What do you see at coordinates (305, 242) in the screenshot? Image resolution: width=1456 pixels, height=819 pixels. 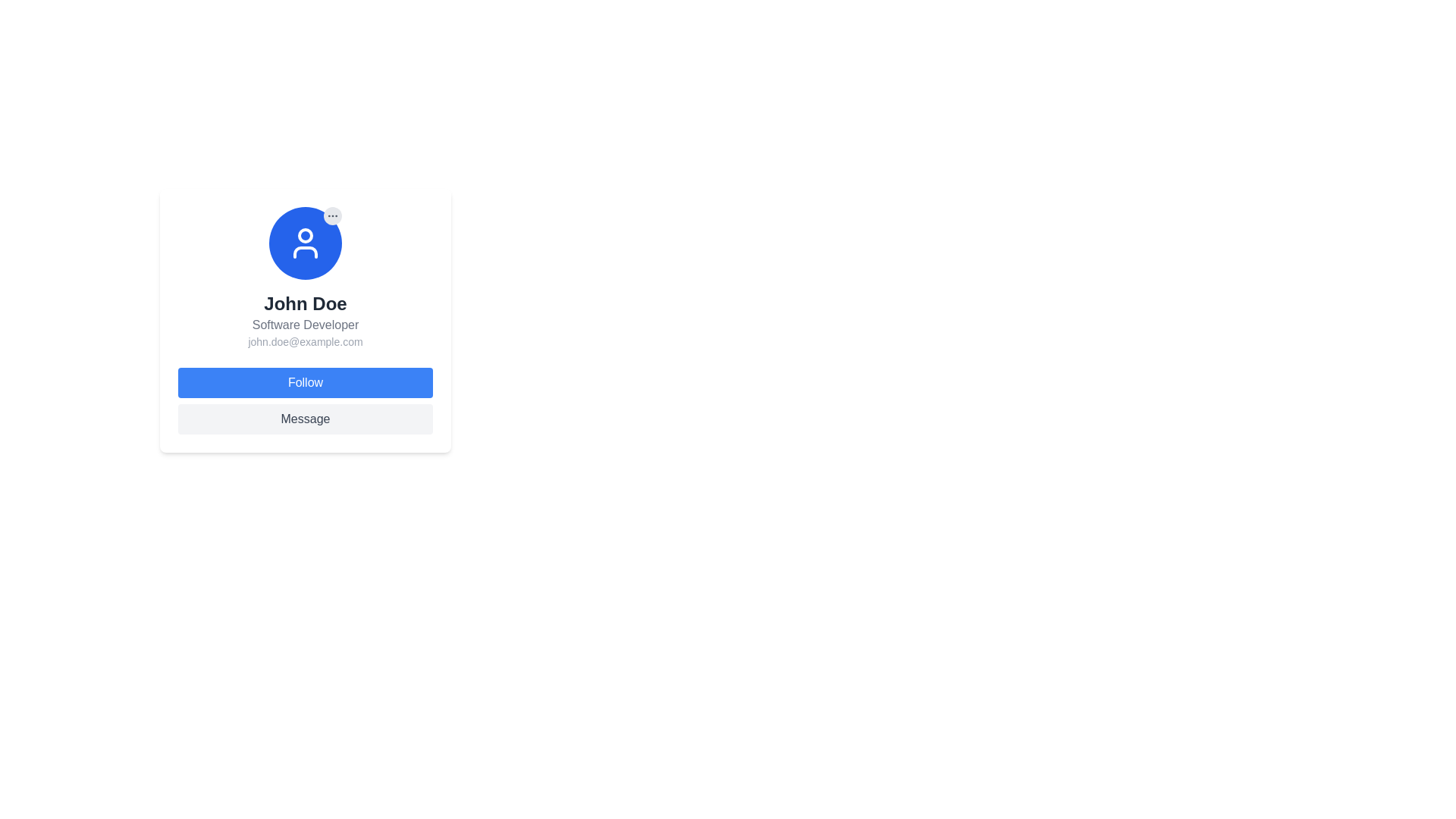 I see `the round SVG icon displaying an outline of a person, which is located at the top center of the profile card above the name 'John Doe'` at bounding box center [305, 242].